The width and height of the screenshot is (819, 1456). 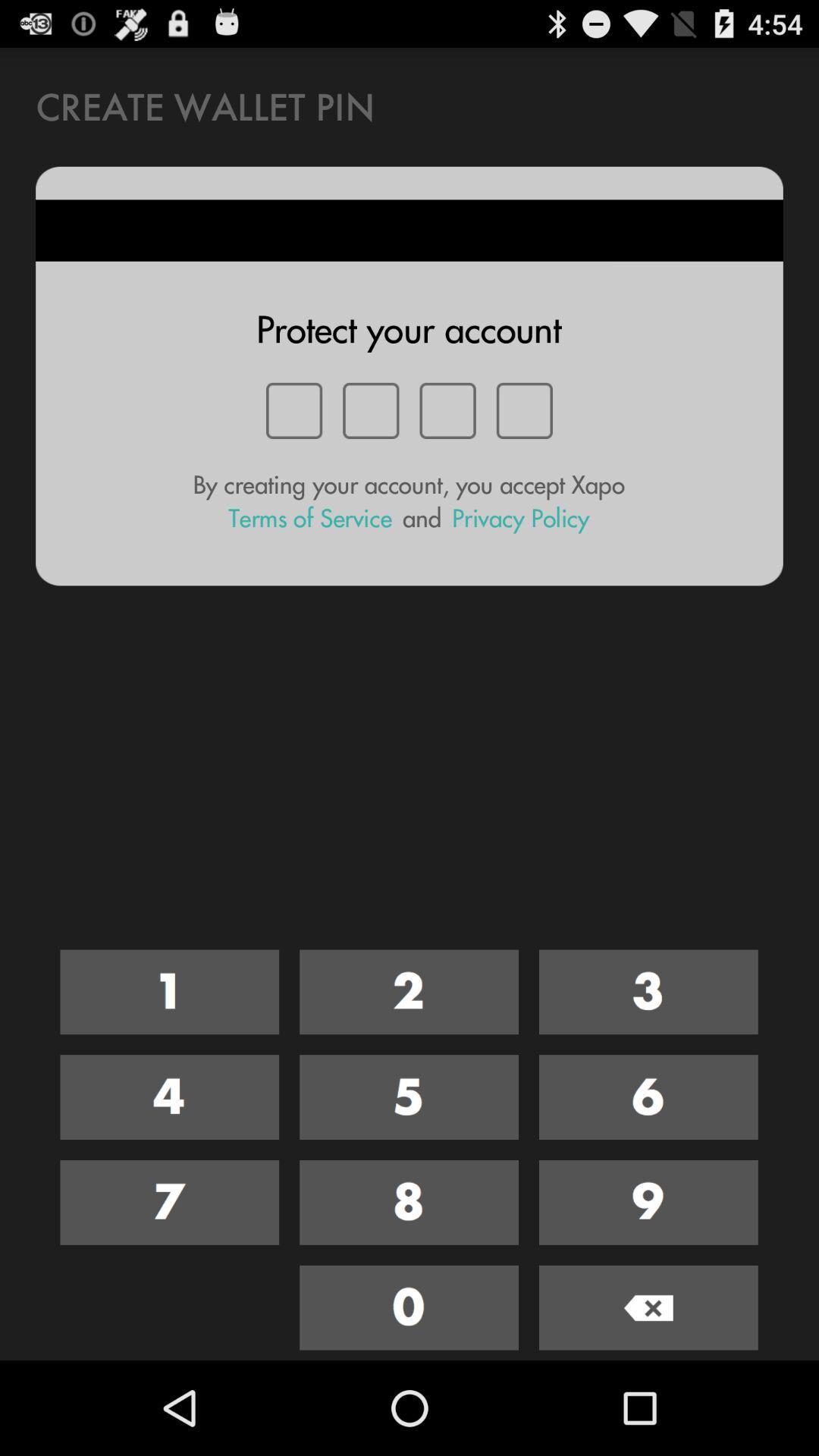 What do you see at coordinates (408, 1097) in the screenshot?
I see `four digit pin` at bounding box center [408, 1097].